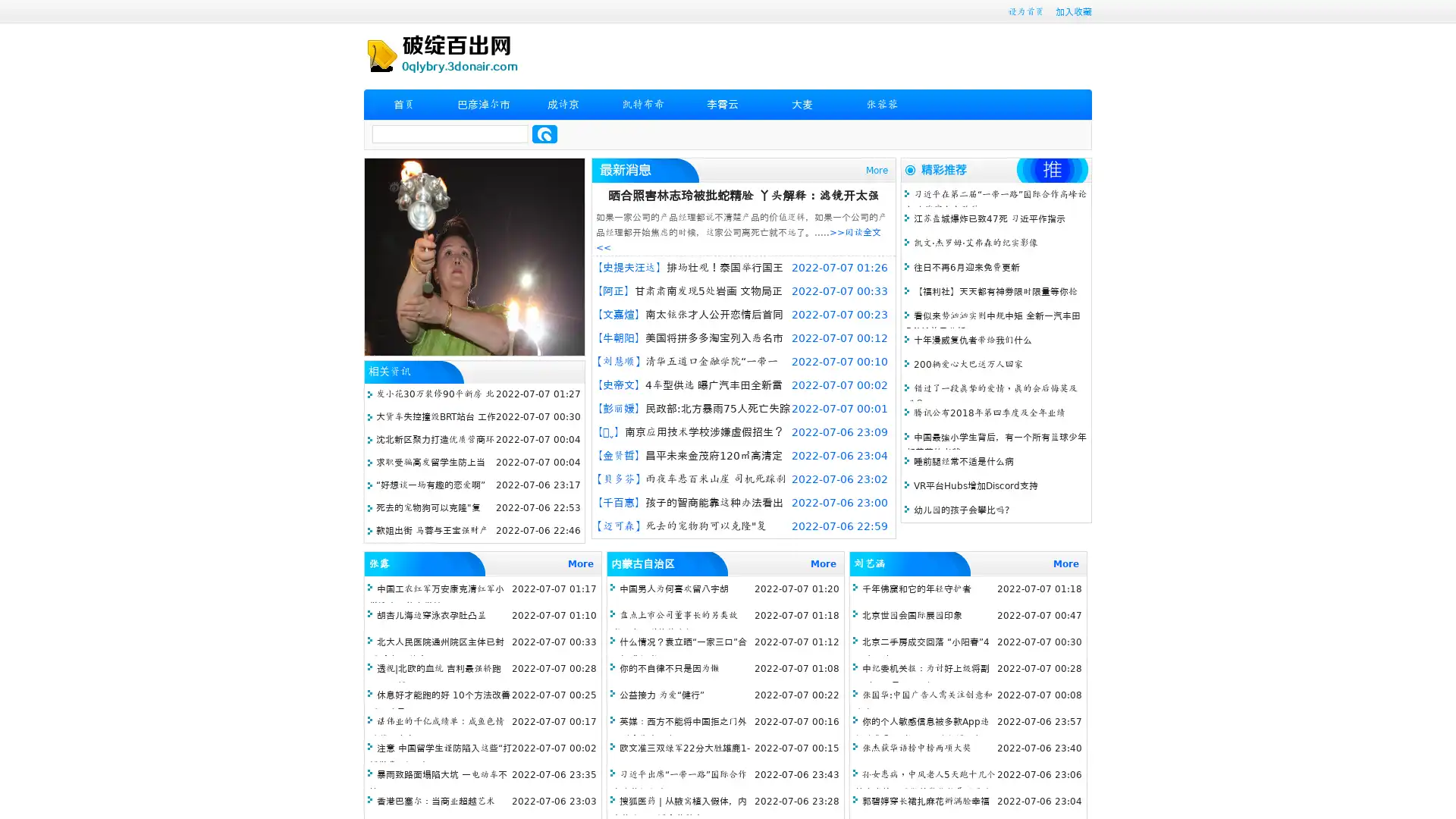 The image size is (1456, 819). Describe the element at coordinates (544, 133) in the screenshot. I see `Search` at that location.